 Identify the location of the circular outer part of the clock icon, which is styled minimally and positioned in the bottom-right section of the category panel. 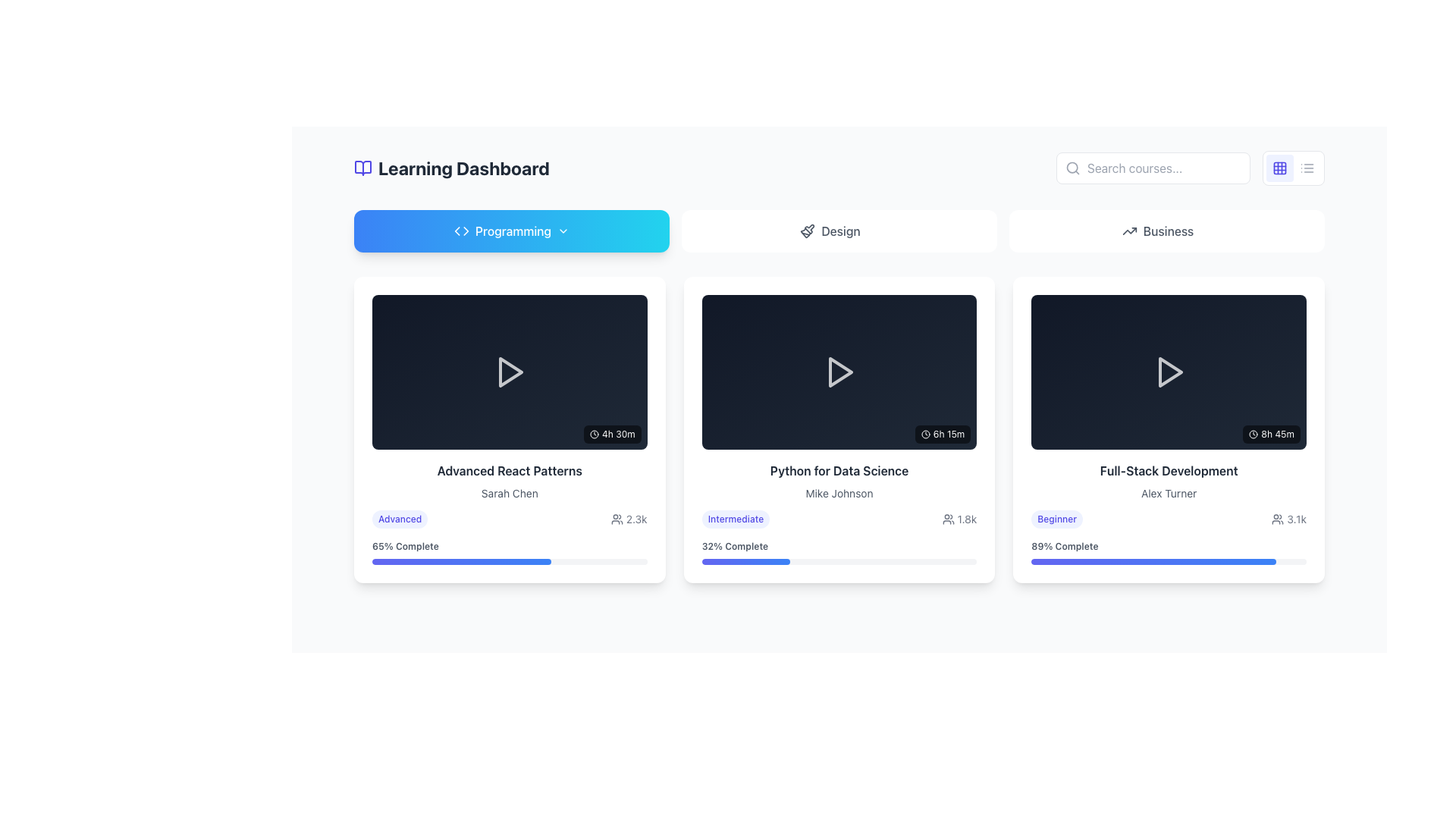
(593, 434).